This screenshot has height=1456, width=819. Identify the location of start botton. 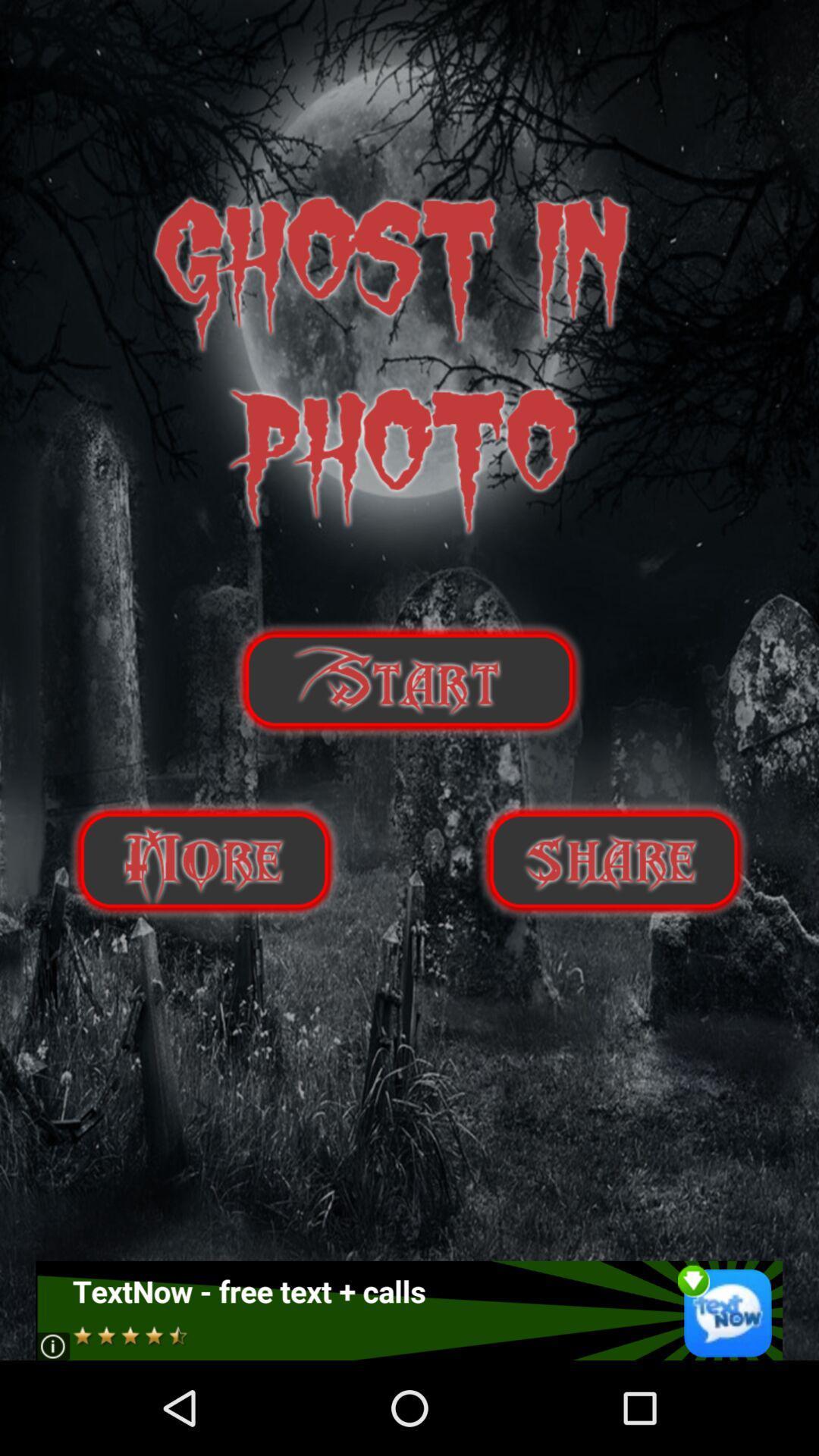
(408, 679).